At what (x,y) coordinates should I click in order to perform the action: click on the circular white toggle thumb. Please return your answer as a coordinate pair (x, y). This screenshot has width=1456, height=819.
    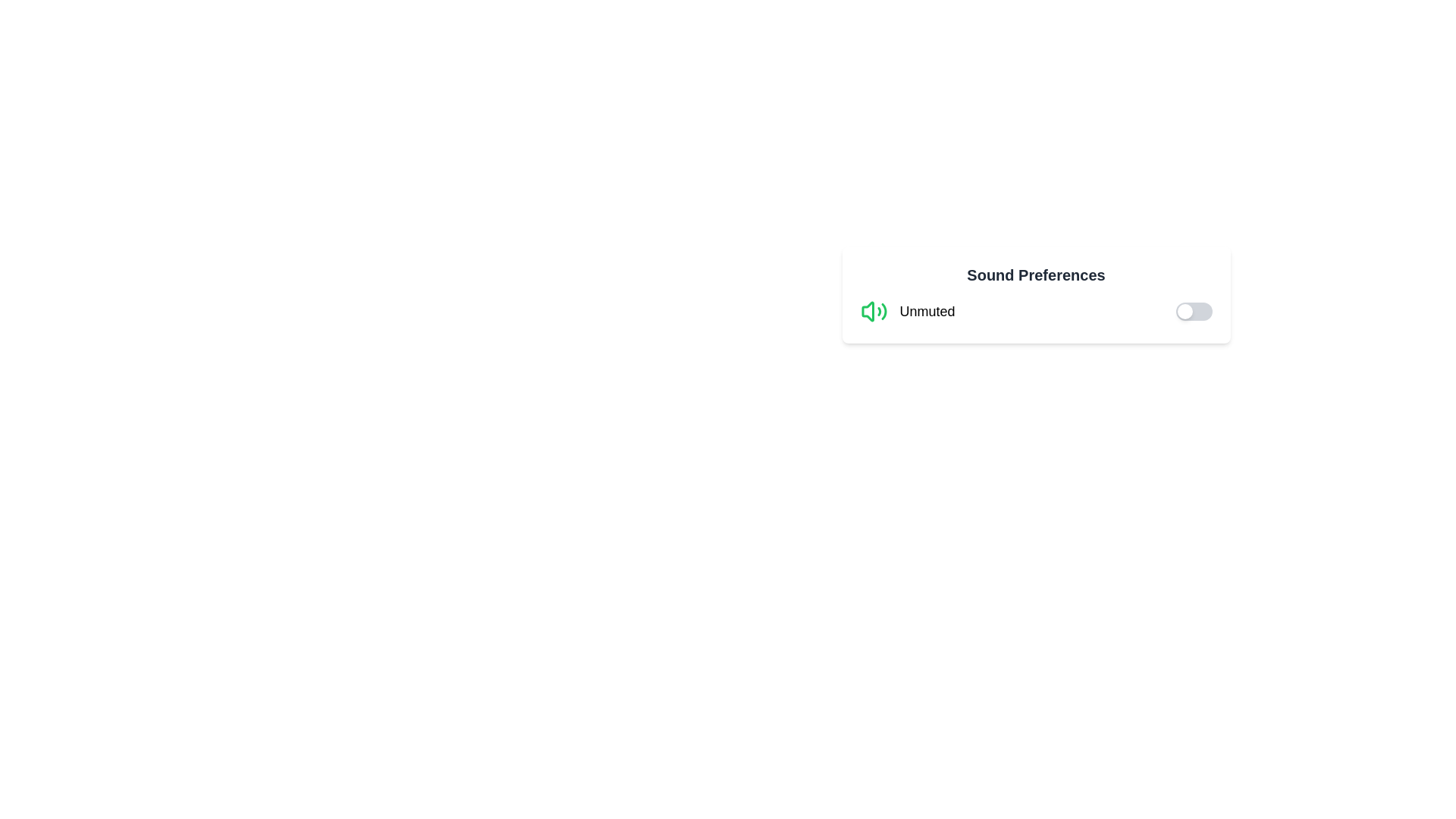
    Looking at the image, I should click on (1184, 311).